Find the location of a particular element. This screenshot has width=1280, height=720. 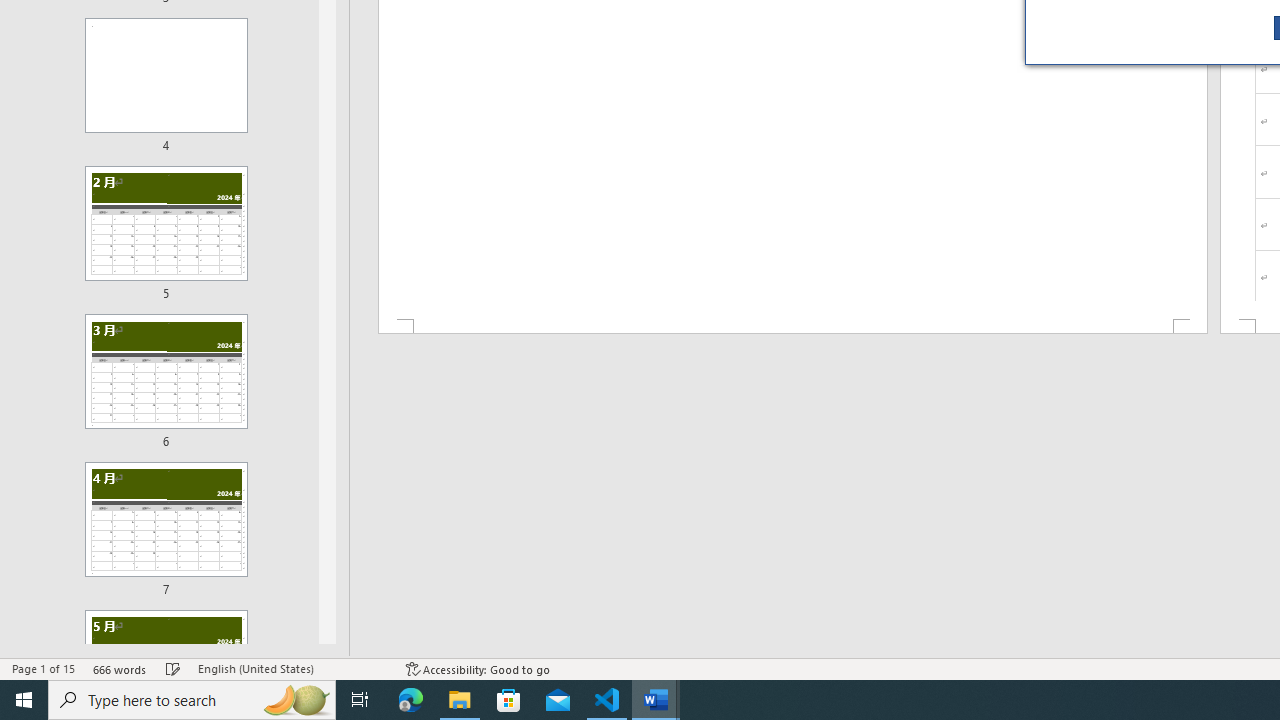

'Task View' is located at coordinates (359, 698).